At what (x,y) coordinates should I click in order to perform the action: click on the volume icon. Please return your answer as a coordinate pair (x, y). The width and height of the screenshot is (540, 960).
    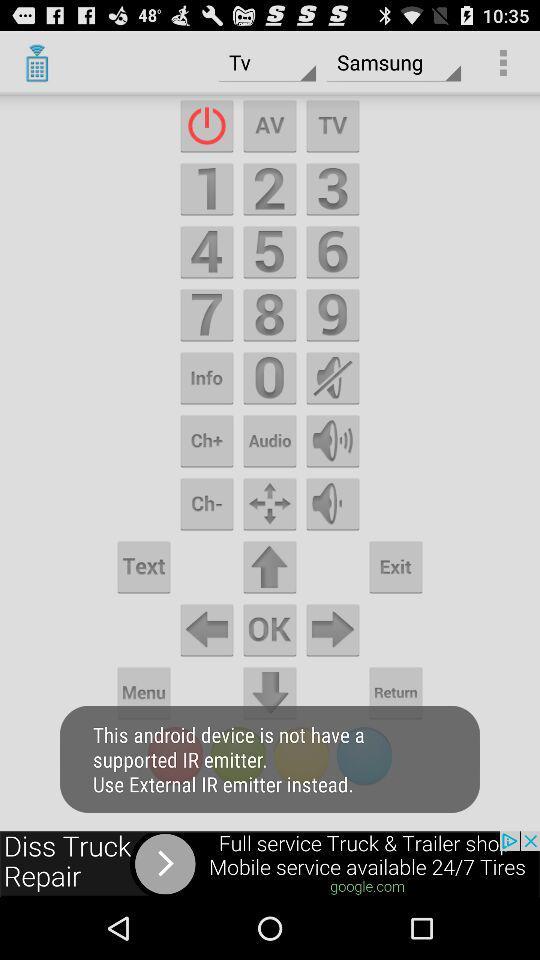
    Looking at the image, I should click on (333, 471).